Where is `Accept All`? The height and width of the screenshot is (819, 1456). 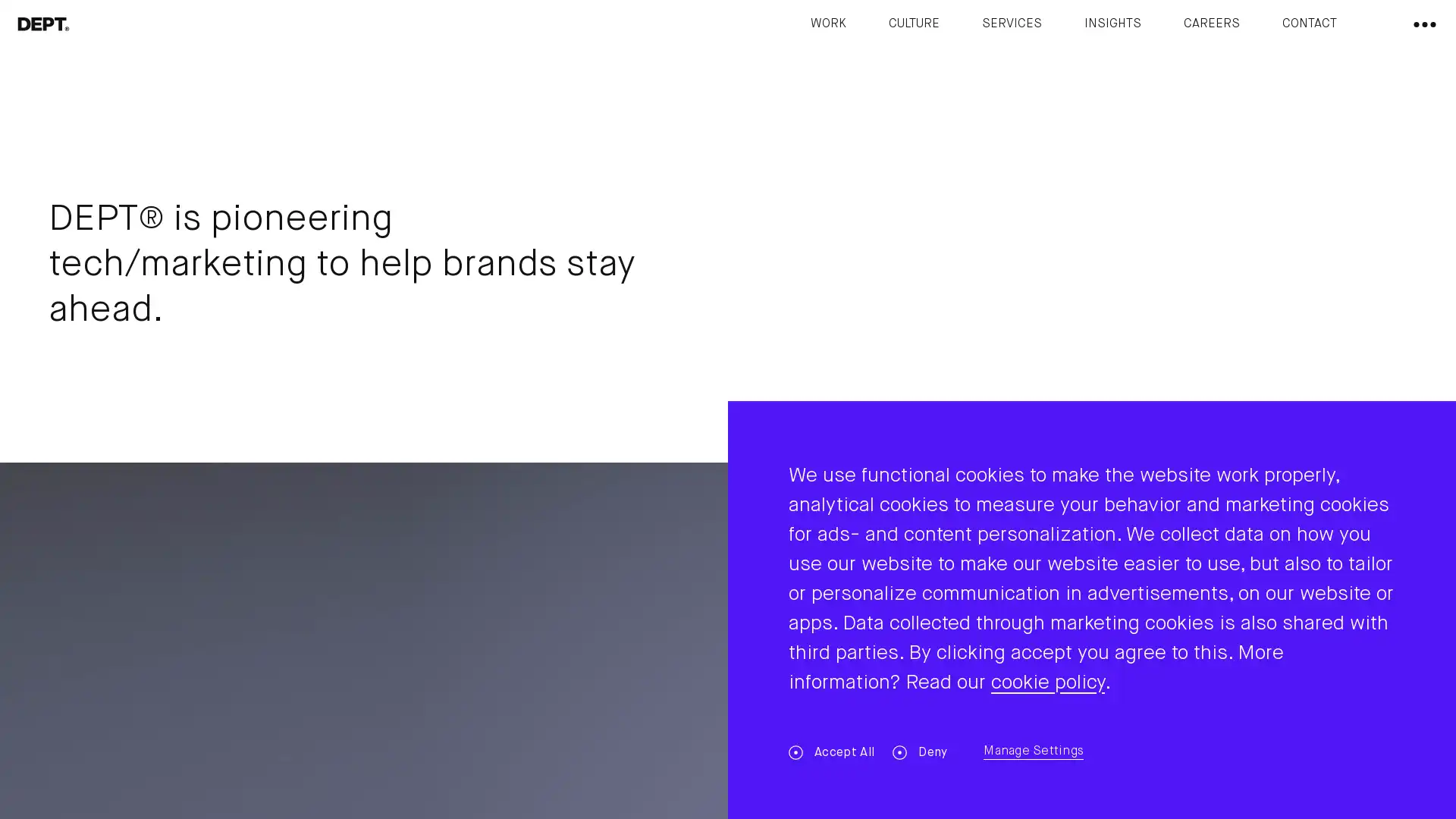 Accept All is located at coordinates (830, 752).